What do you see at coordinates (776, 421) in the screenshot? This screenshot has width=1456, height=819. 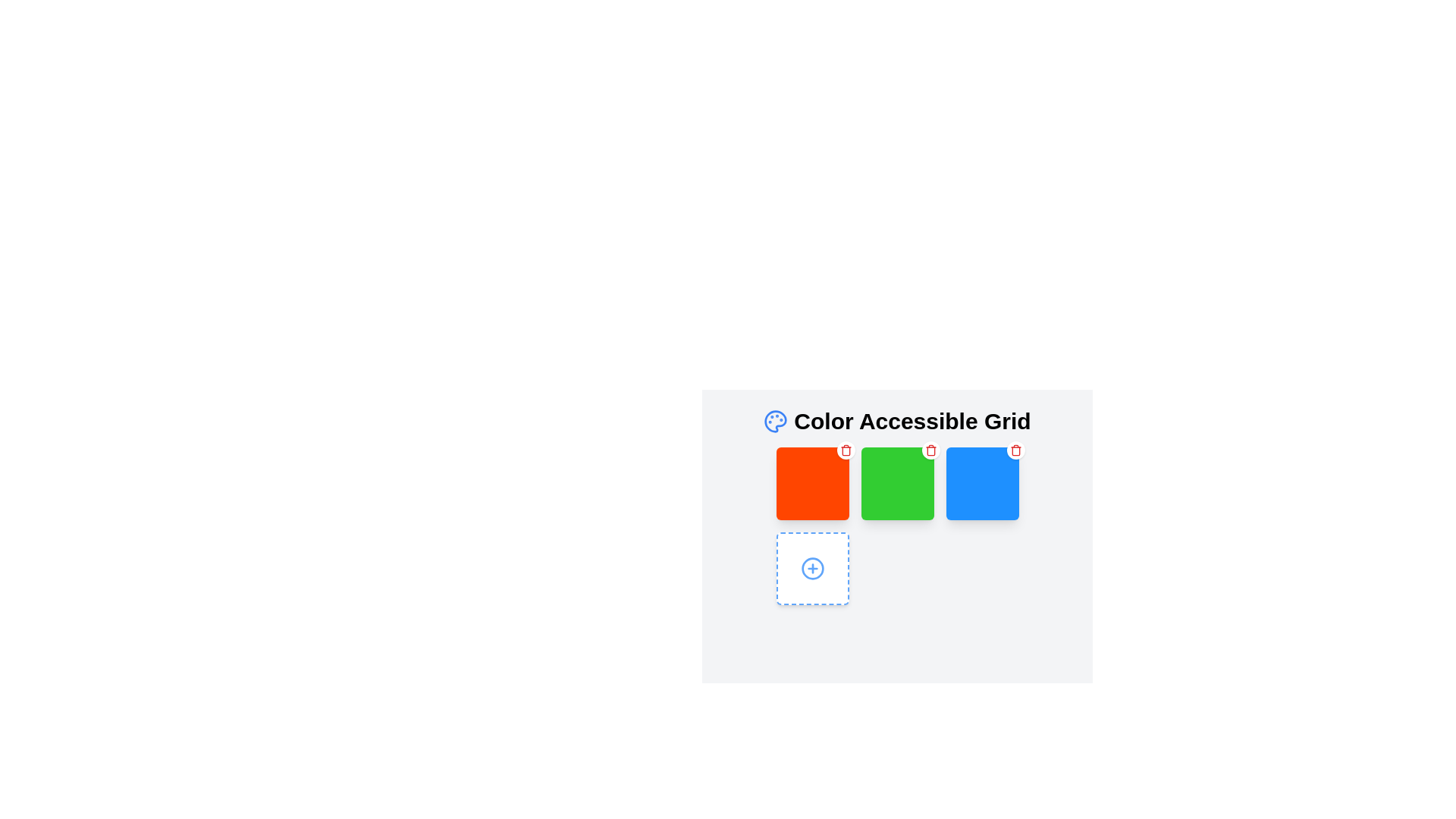 I see `the blue circular palette icon, which is located to the left of the text 'Color Accessible Grid' in the heading section at the top of the layout` at bounding box center [776, 421].